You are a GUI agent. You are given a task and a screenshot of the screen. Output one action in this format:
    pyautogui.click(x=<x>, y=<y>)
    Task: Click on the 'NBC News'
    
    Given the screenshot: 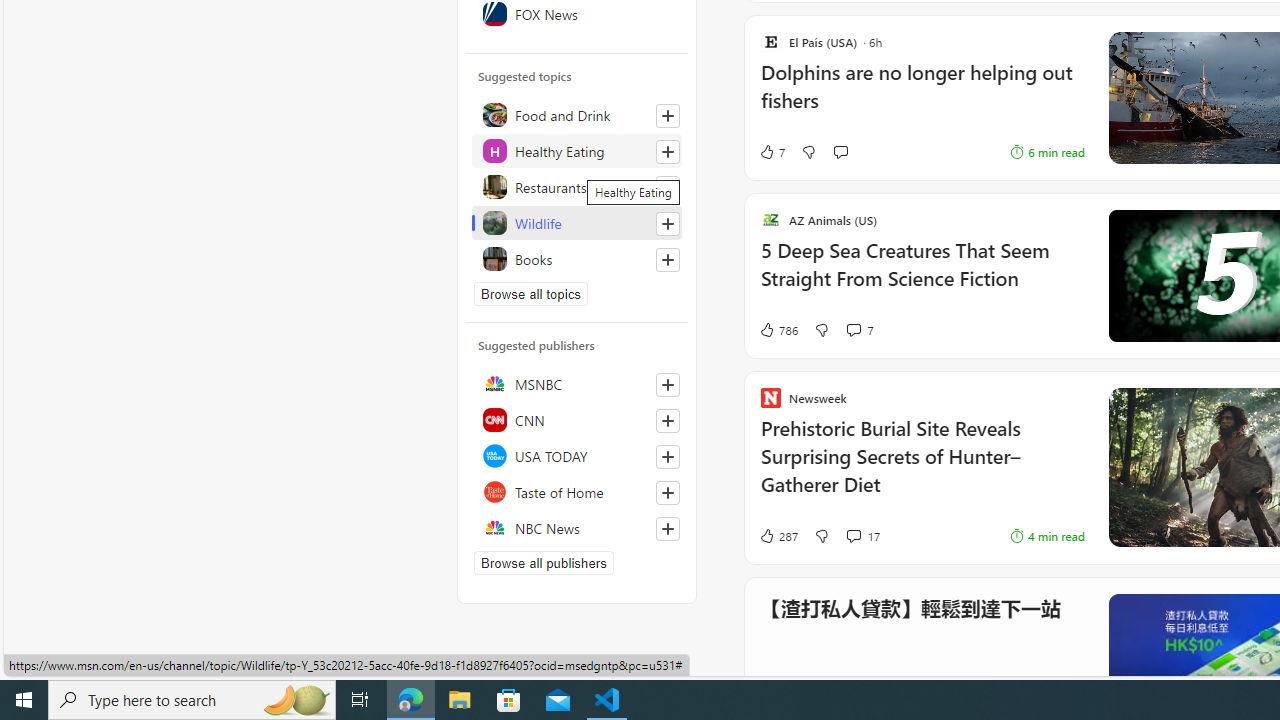 What is the action you would take?
    pyautogui.click(x=576, y=527)
    